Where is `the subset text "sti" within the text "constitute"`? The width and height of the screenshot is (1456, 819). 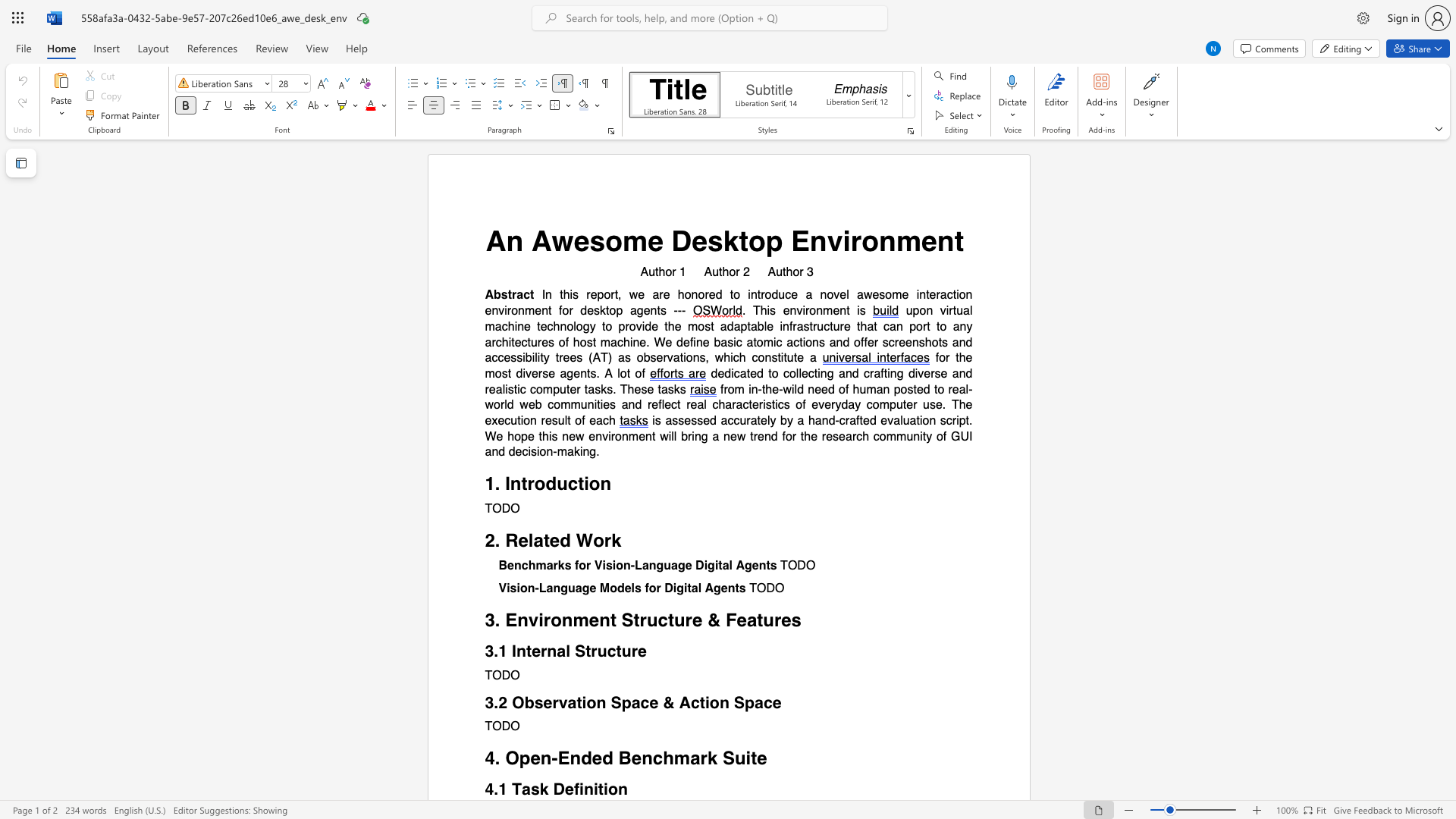 the subset text "sti" within the text "constitute" is located at coordinates (771, 358).